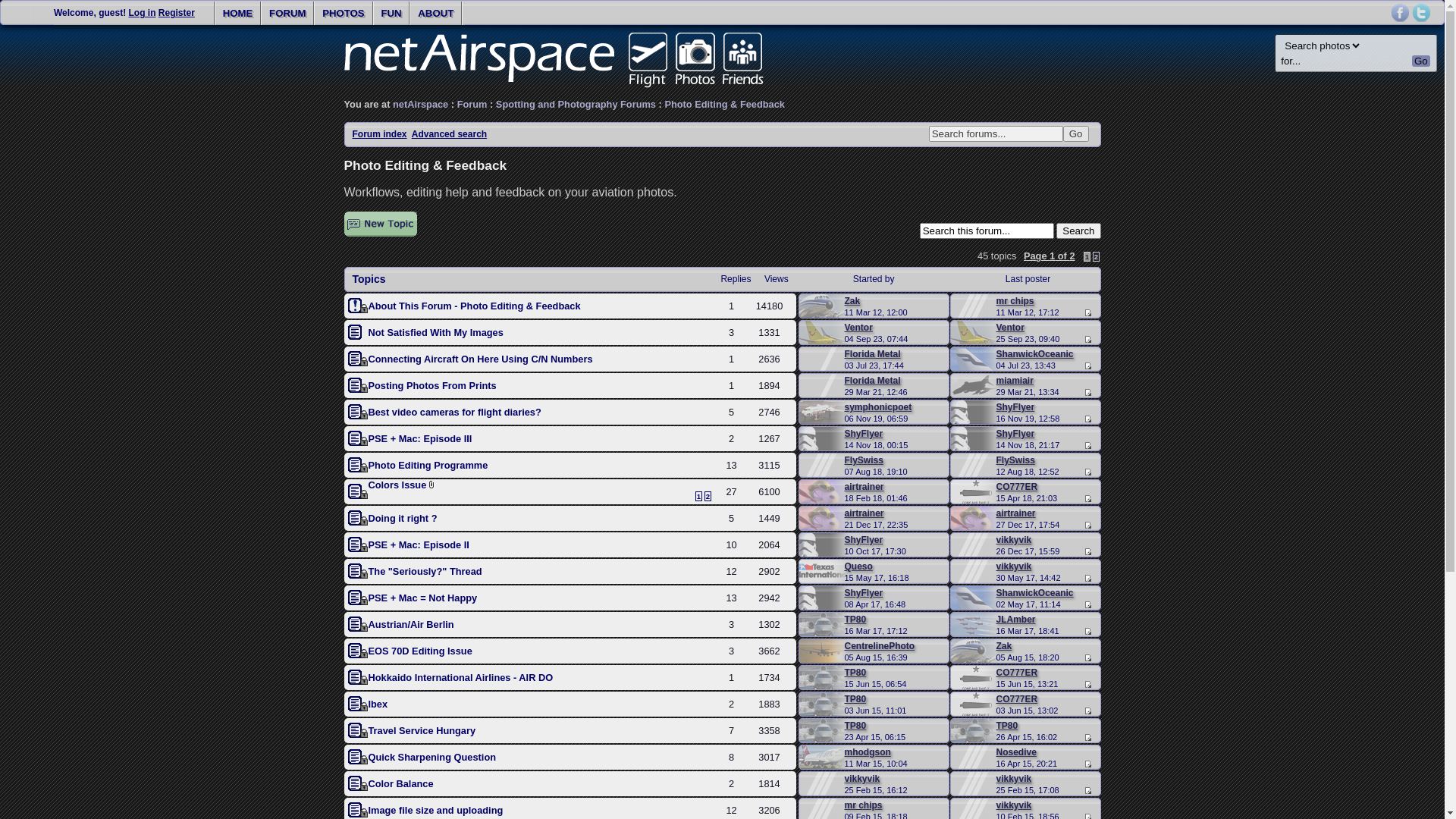 The image size is (1456, 819). What do you see at coordinates (368, 757) in the screenshot?
I see `'Quick Sharpening Question'` at bounding box center [368, 757].